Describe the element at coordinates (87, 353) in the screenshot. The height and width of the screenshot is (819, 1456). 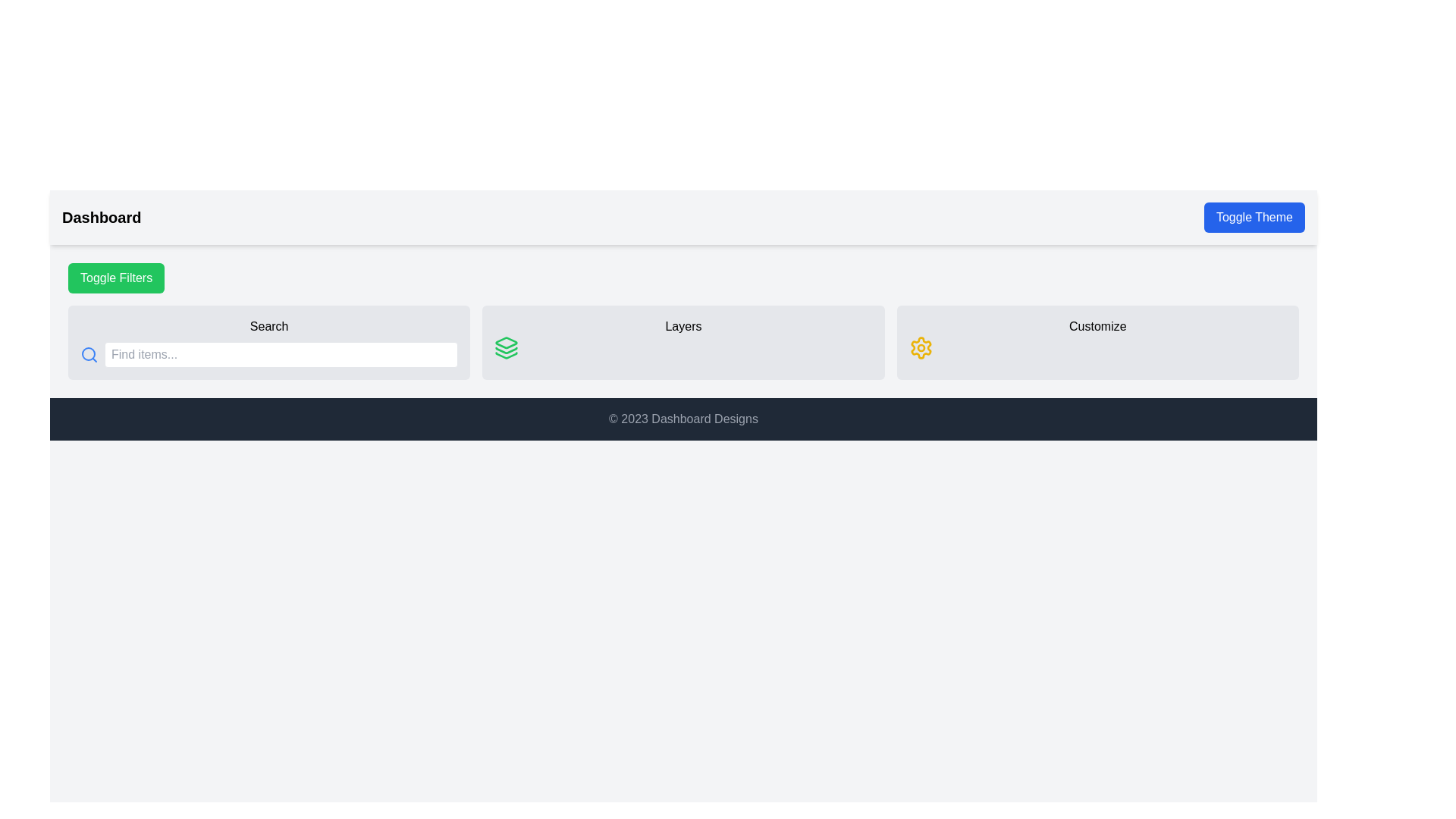
I see `the circular component of the magnifier icon located near the top left of the interface, adjacent to the 'Find items...' input field` at that location.